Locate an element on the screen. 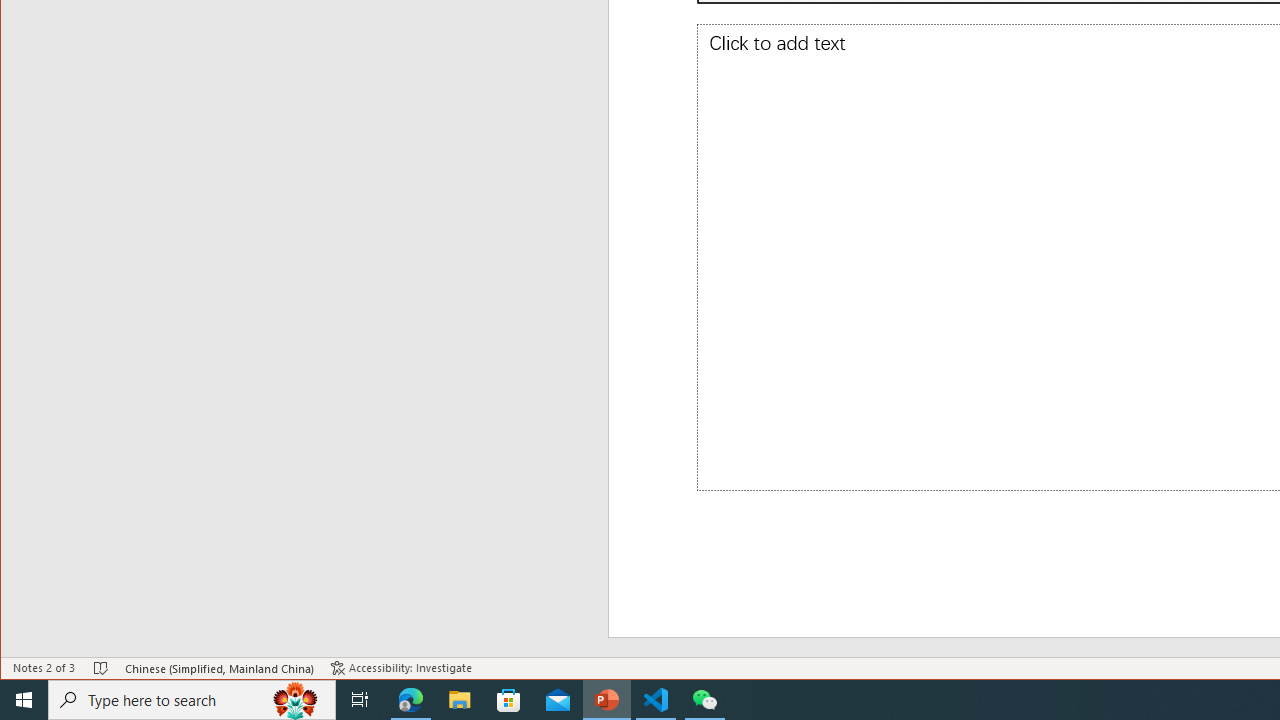  'WeChat - 1 running window' is located at coordinates (705, 698).